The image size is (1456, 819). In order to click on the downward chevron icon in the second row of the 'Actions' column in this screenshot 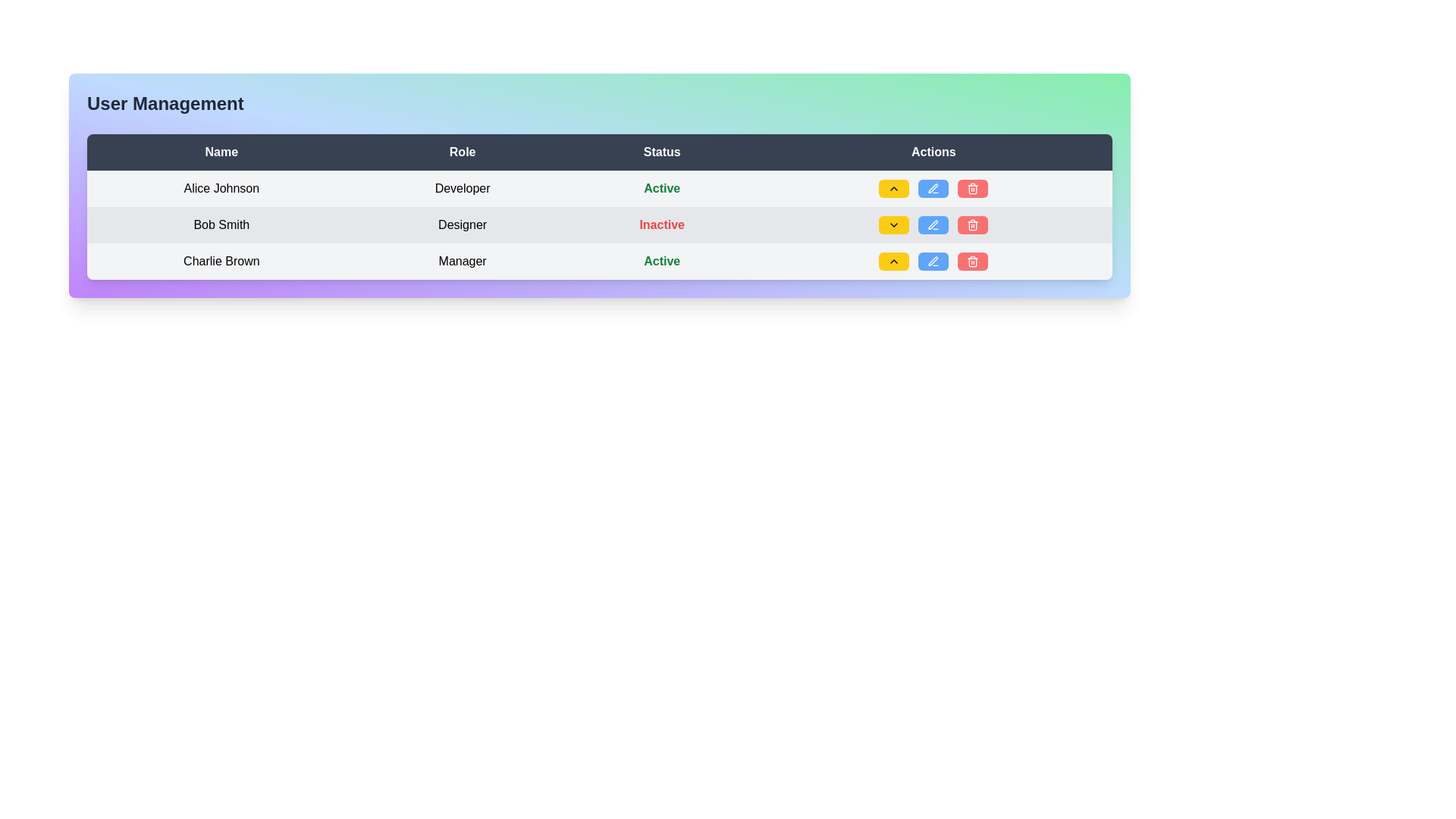, I will do `click(894, 225)`.